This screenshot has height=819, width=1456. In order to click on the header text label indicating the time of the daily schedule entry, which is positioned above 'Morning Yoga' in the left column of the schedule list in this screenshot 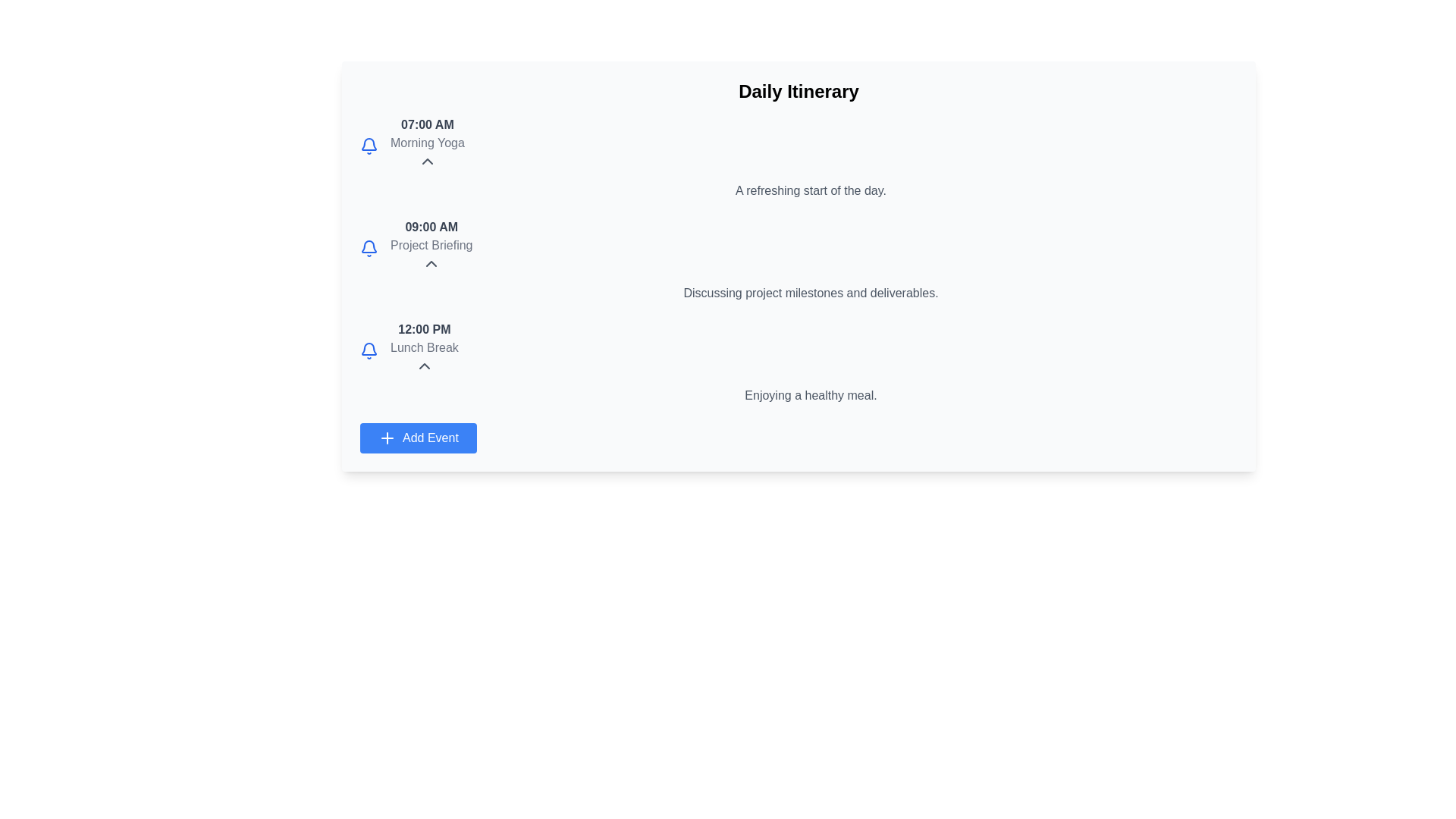, I will do `click(426, 124)`.